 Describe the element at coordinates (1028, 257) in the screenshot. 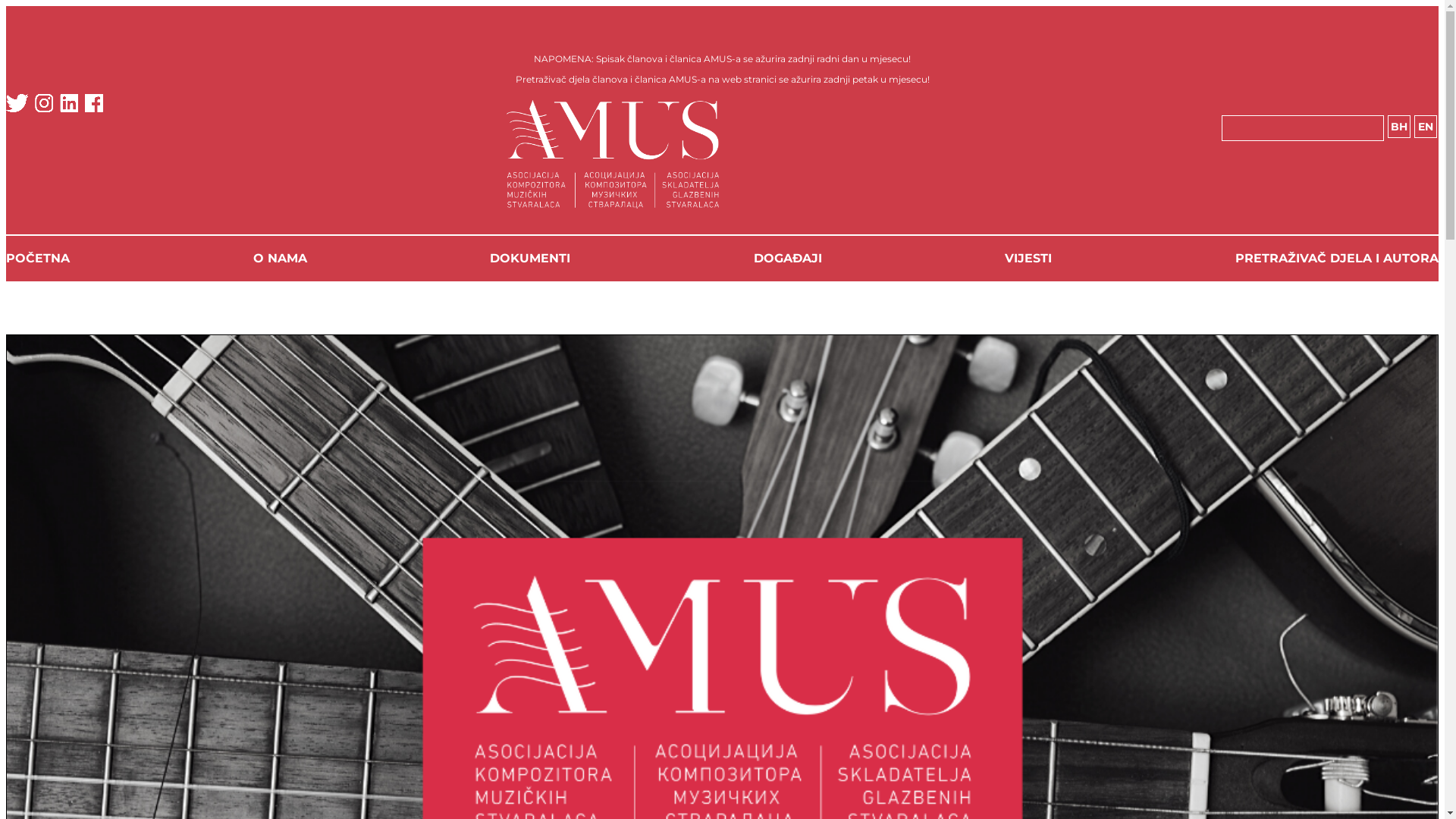

I see `'VIJESTI'` at that location.